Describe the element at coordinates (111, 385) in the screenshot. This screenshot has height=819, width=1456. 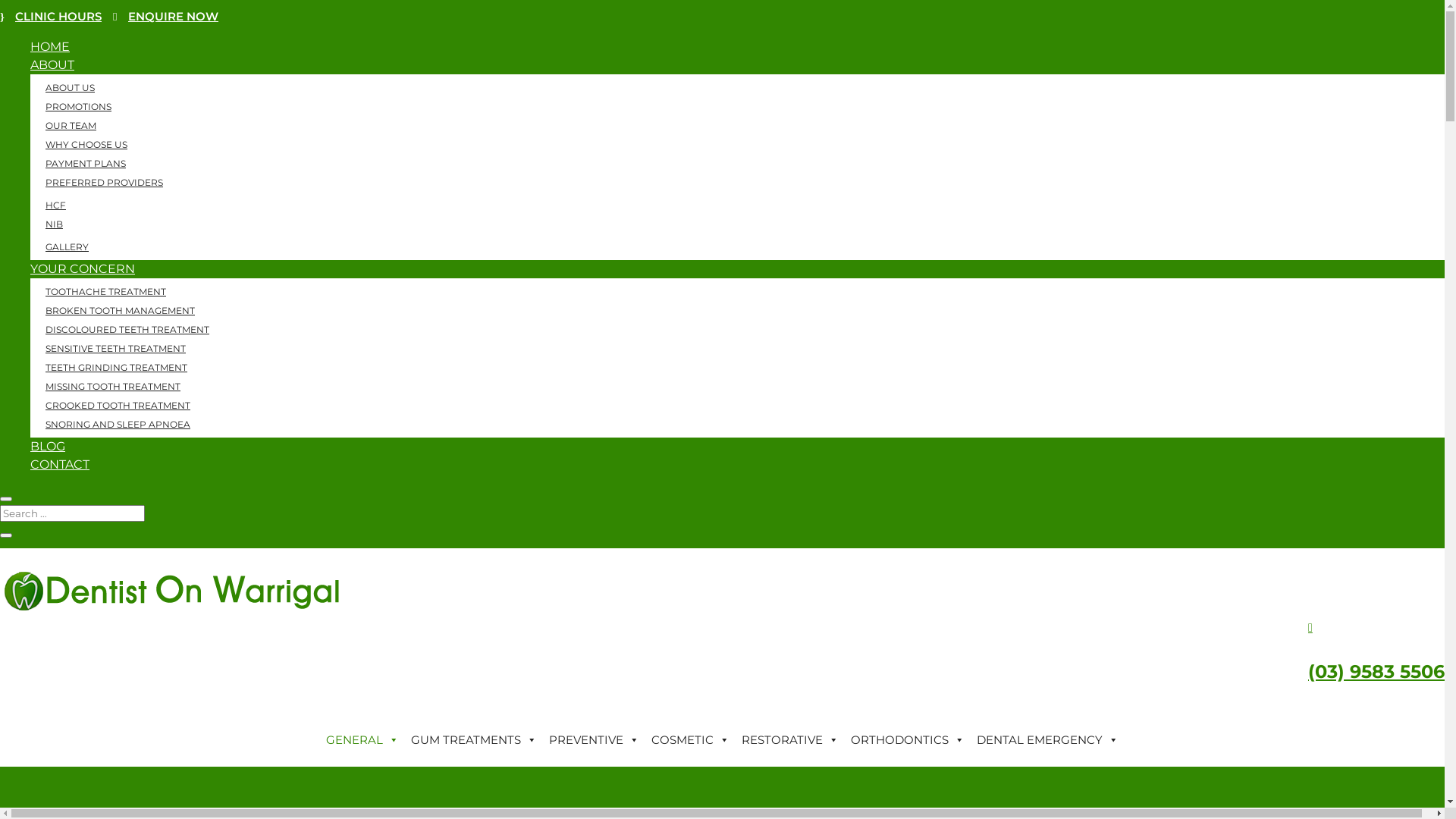
I see `'MISSING TOOTH TREATMENT'` at that location.